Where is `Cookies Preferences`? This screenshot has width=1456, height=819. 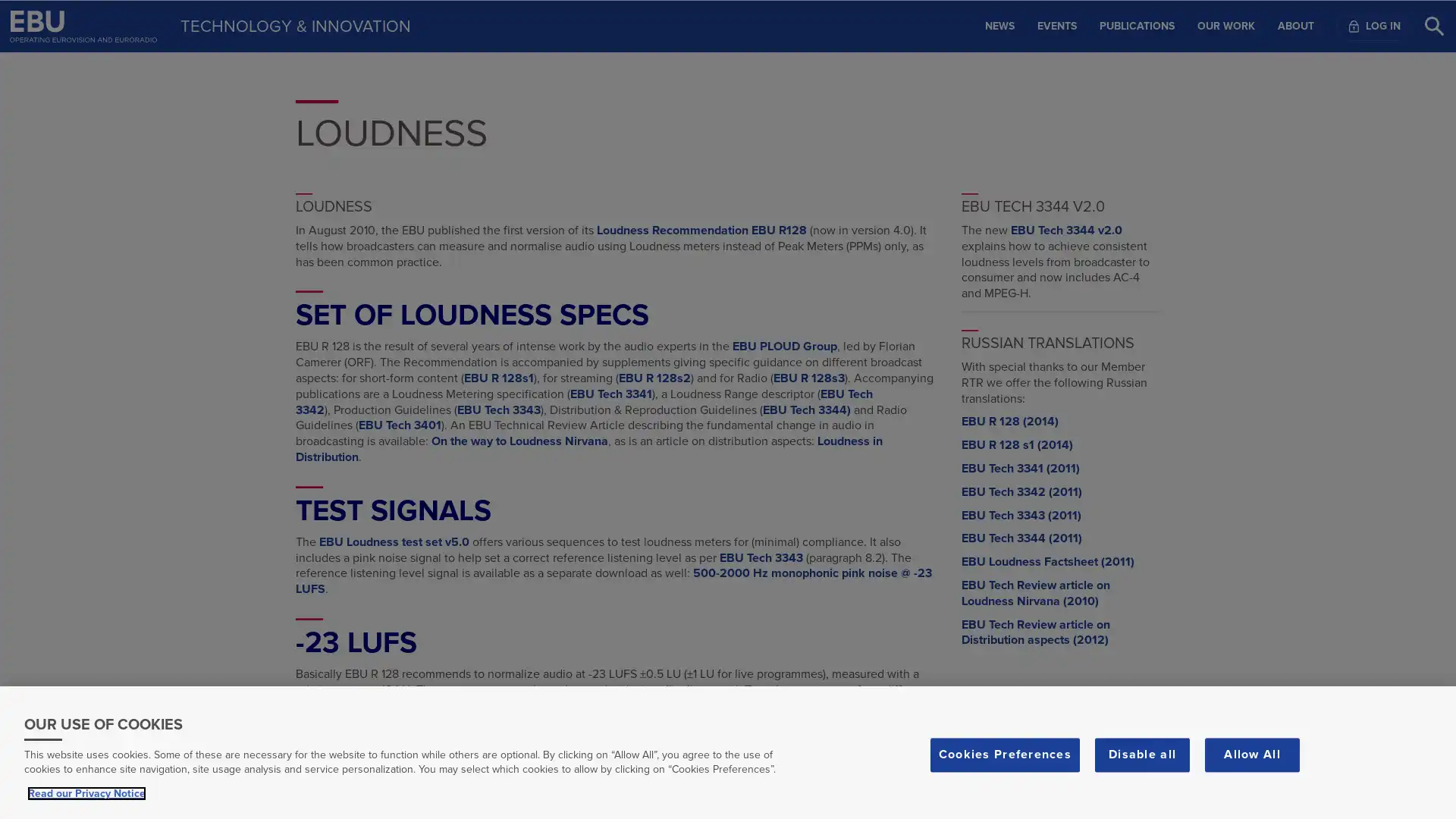 Cookies Preferences is located at coordinates (1004, 755).